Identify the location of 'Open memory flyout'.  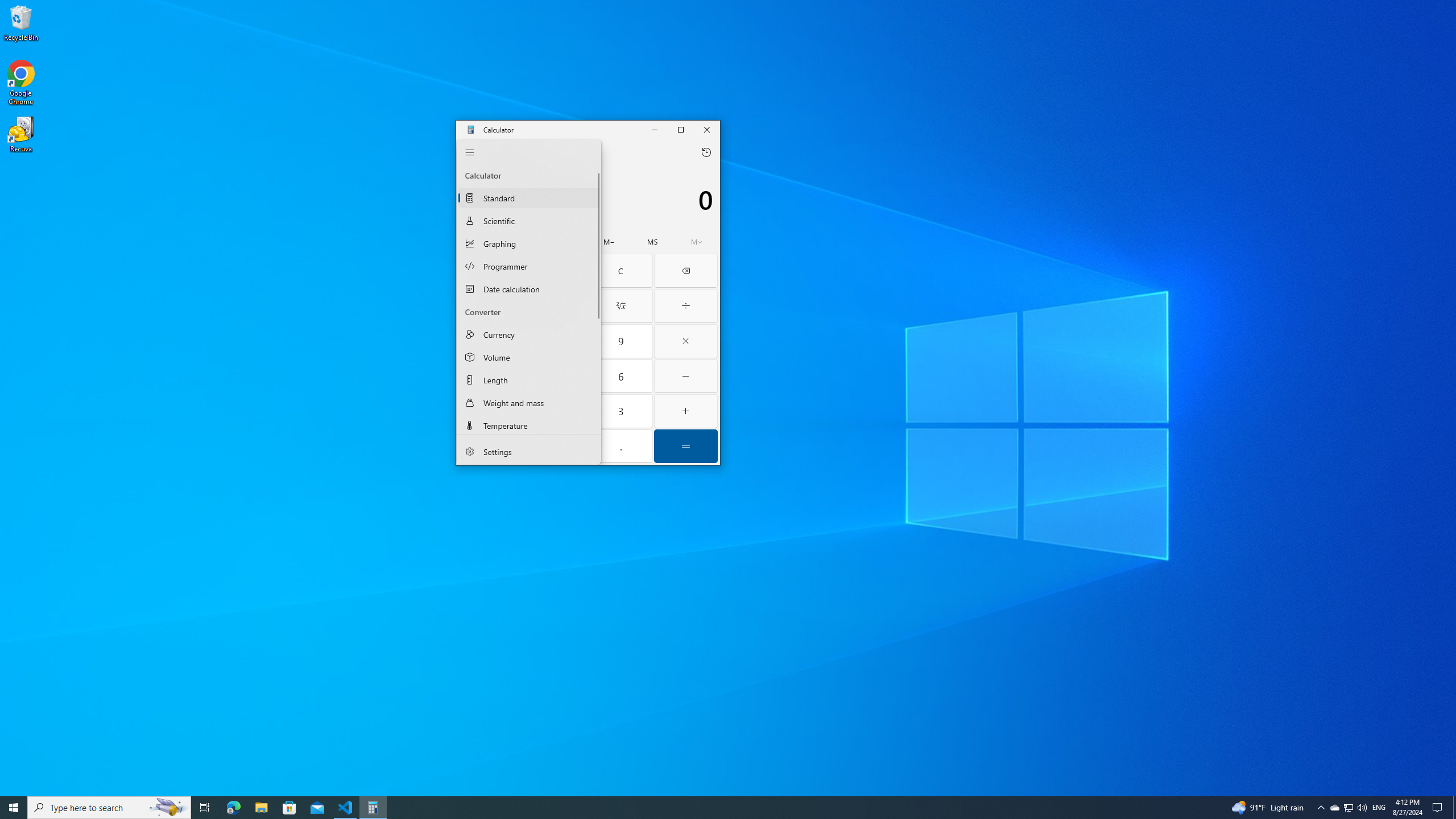
(696, 242).